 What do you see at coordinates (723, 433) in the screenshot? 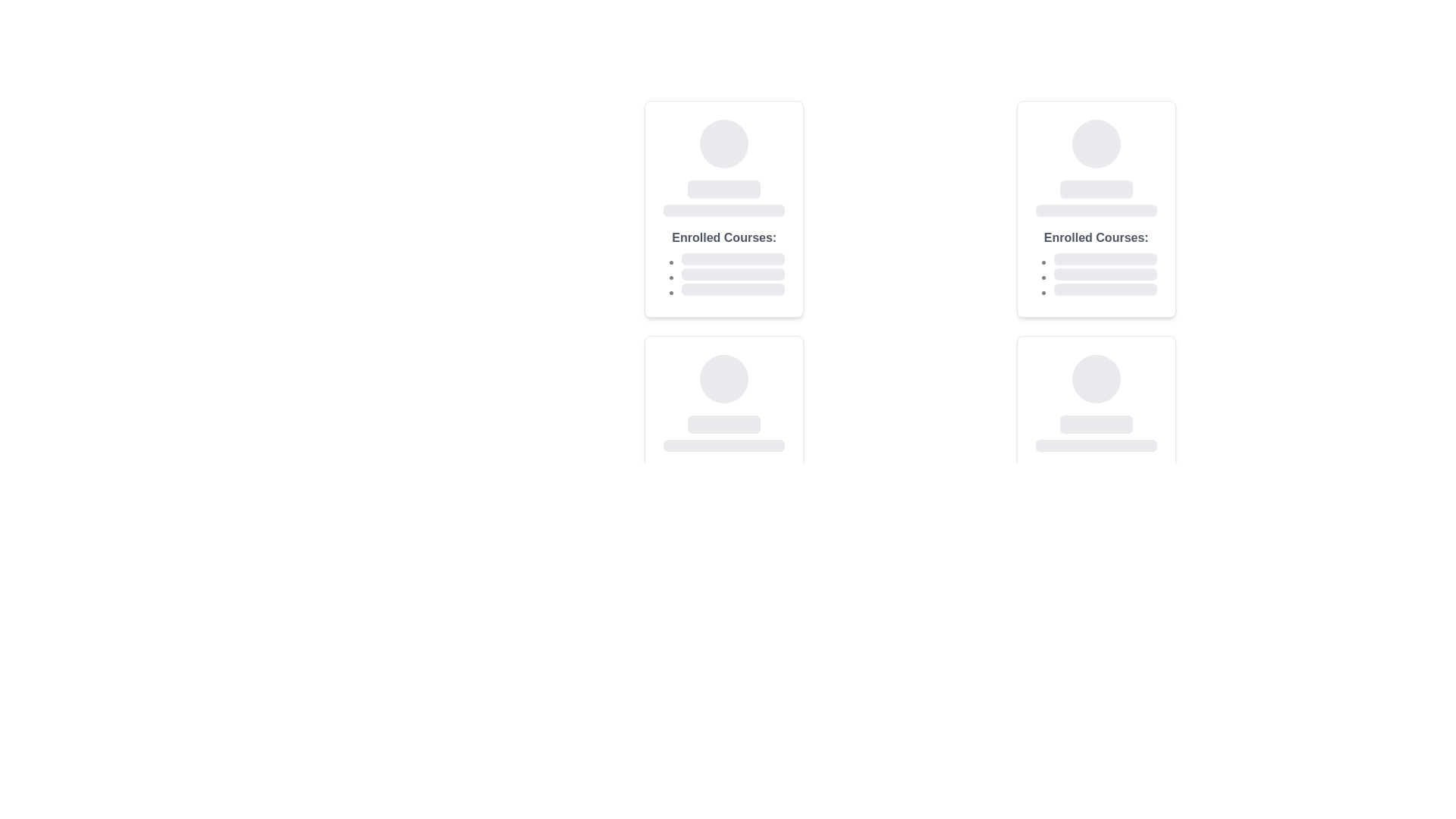
I see `the Composite Placeholder consisting of two vertically stacked gray rectangular placeholders with rounded corners, located below the circular placeholder and above the title 'Enrolled Courses:'` at bounding box center [723, 433].